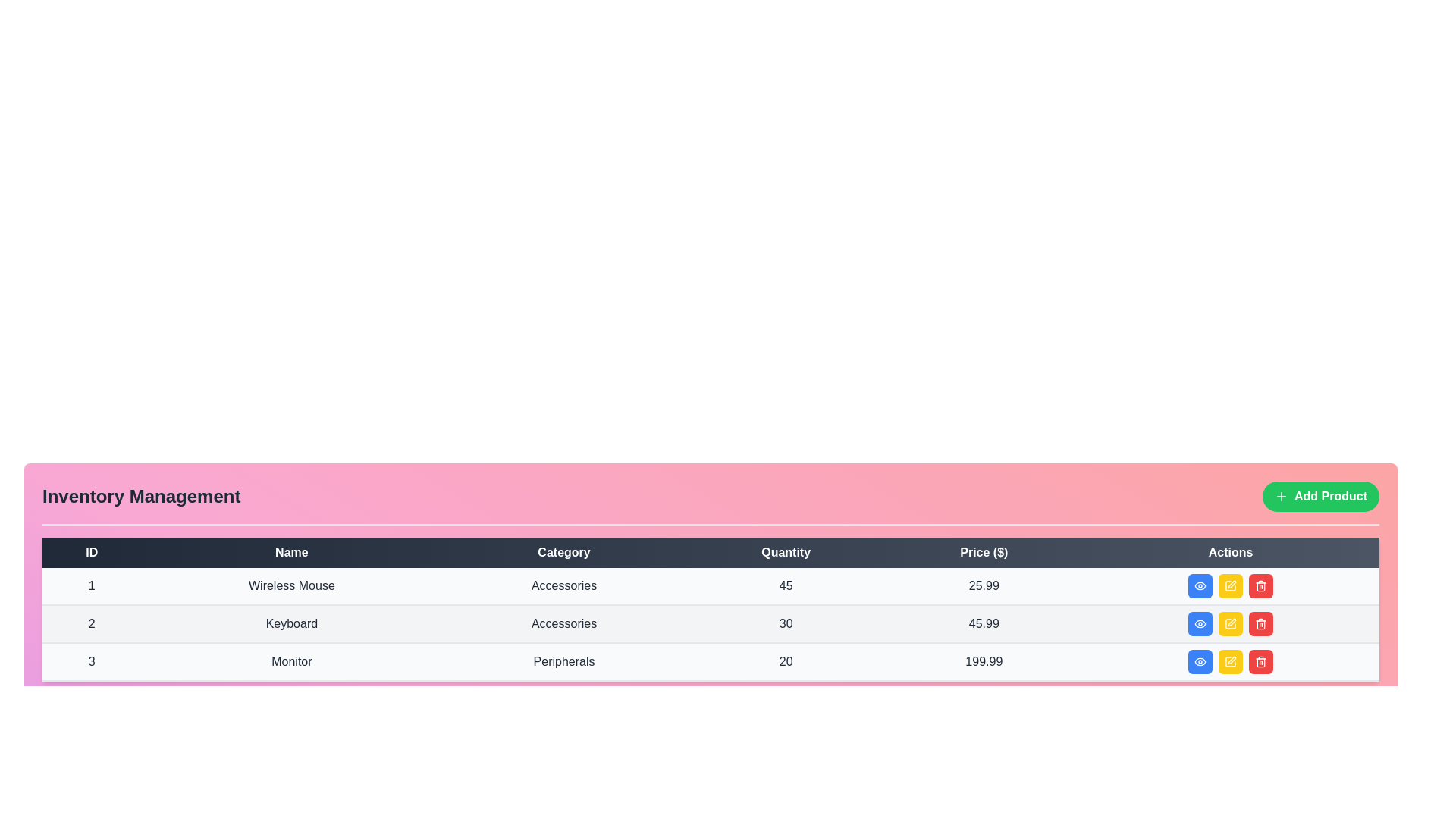 This screenshot has height=819, width=1456. What do you see at coordinates (1231, 585) in the screenshot?
I see `the pen icon with a yellow background in the 'Actions' column of the first row in the table` at bounding box center [1231, 585].